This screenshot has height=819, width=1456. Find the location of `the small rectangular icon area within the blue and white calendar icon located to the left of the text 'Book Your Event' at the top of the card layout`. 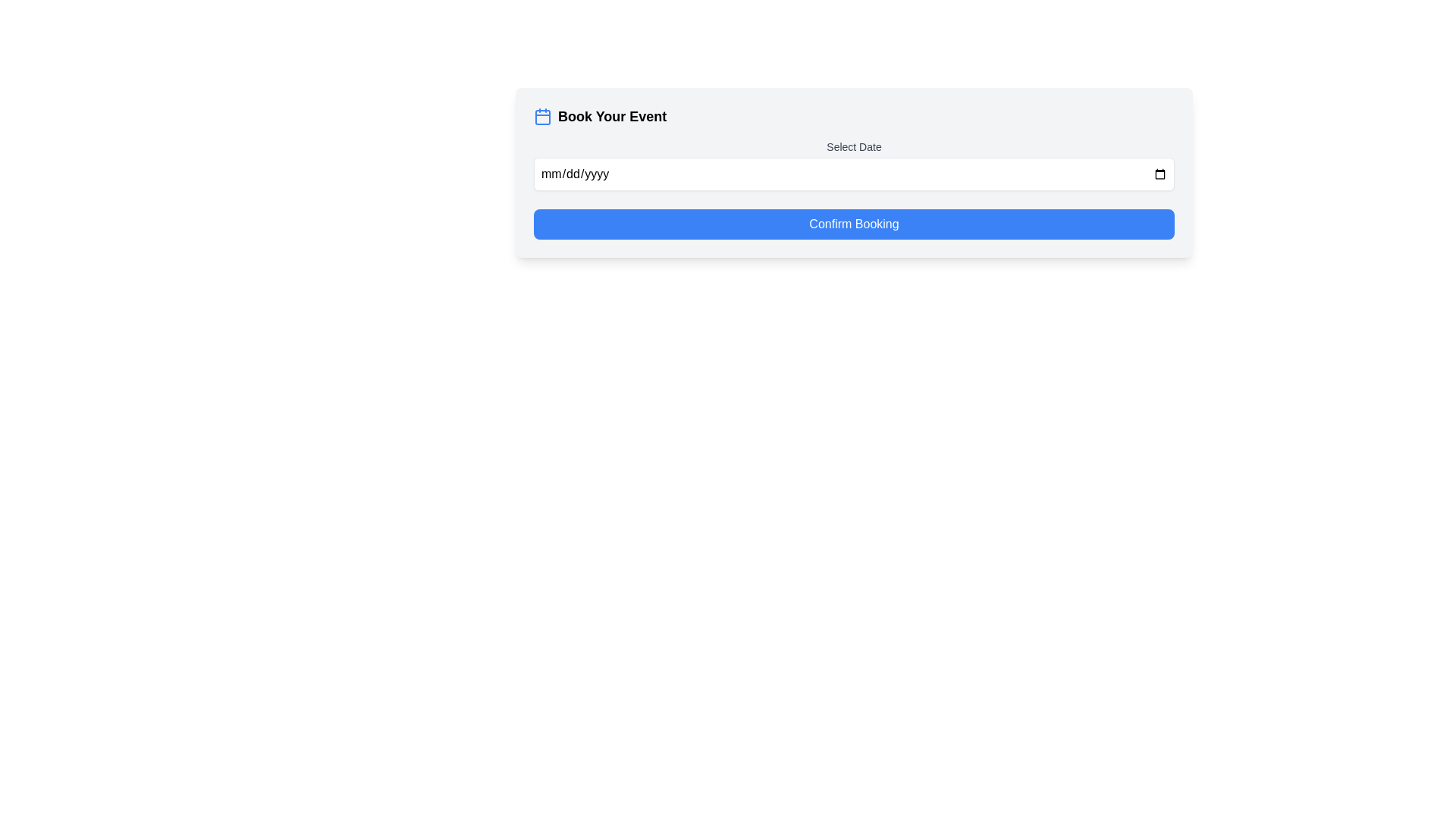

the small rectangular icon area within the blue and white calendar icon located to the left of the text 'Book Your Event' at the top of the card layout is located at coordinates (542, 116).